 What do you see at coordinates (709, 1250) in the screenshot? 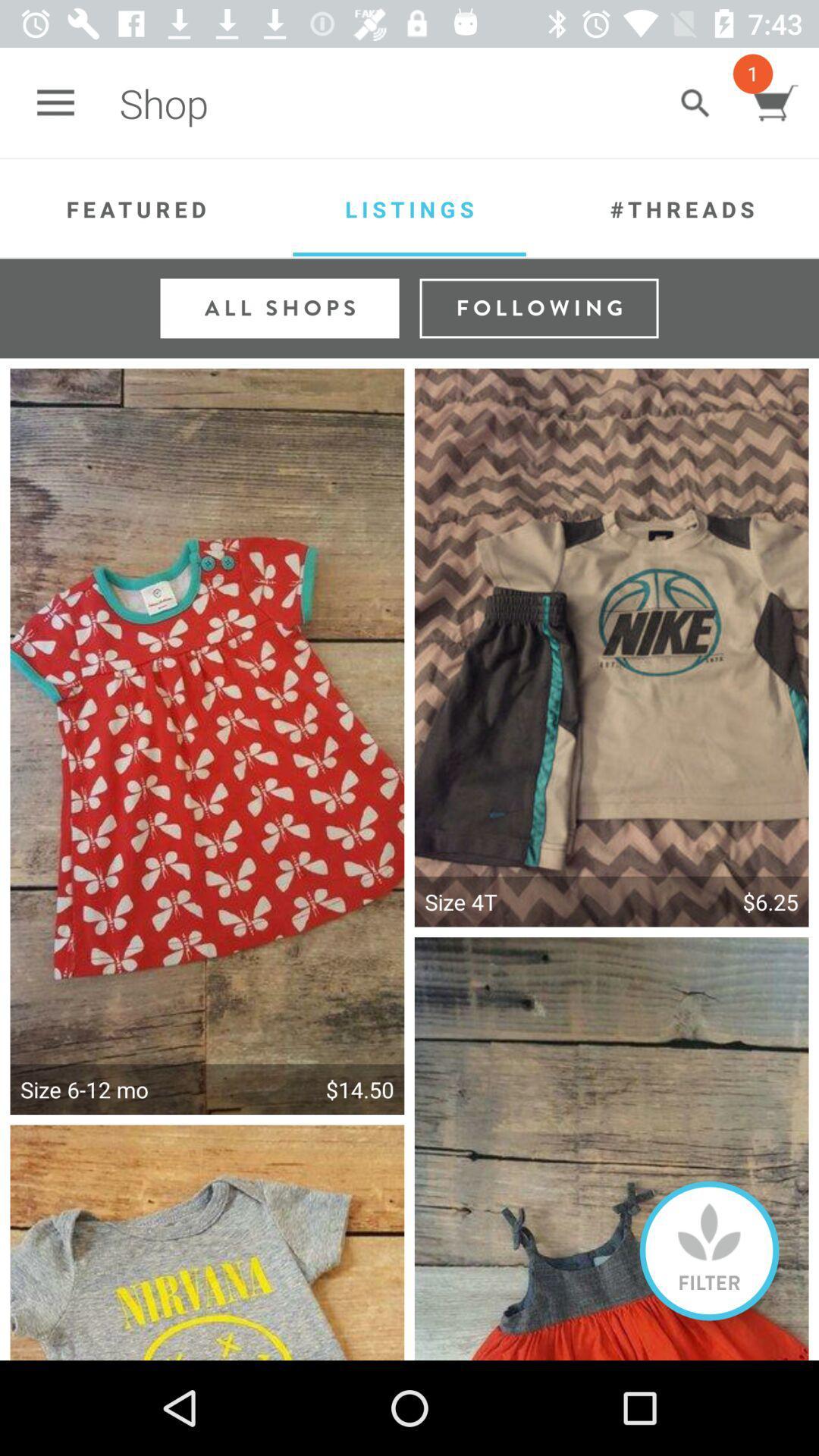
I see `on` at bounding box center [709, 1250].